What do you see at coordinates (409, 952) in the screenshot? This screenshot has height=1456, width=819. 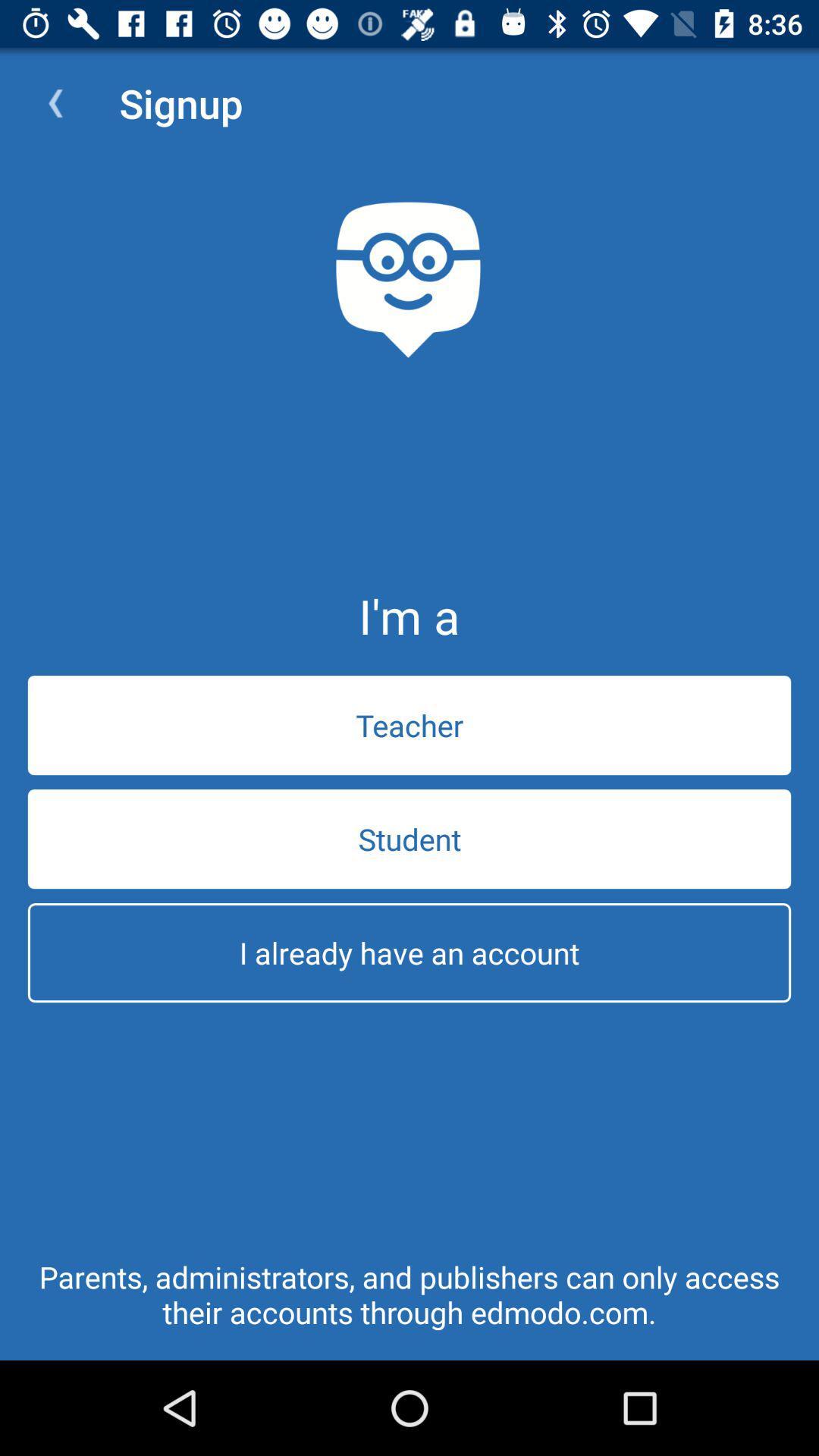 I see `i already have icon` at bounding box center [409, 952].